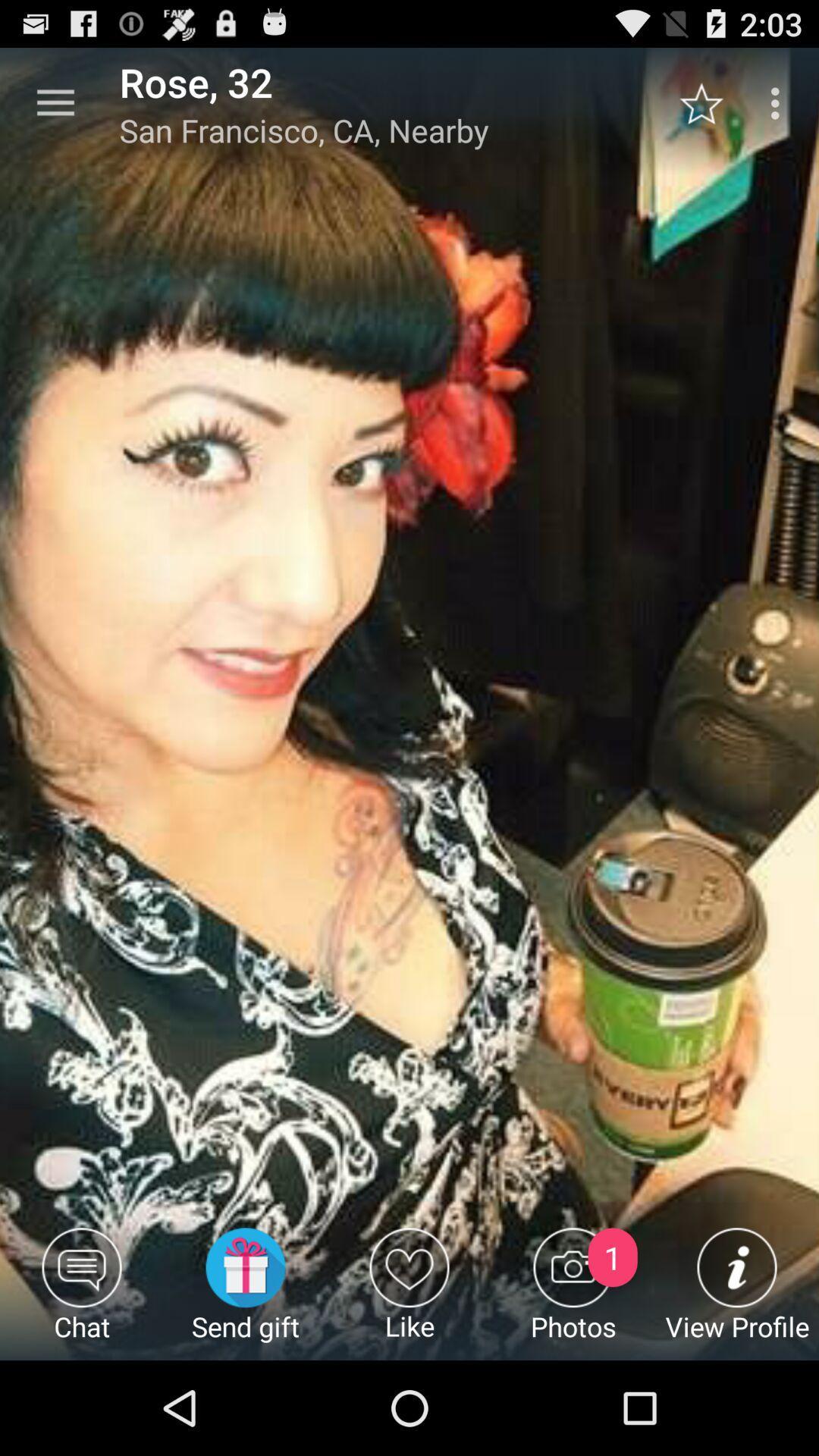 The height and width of the screenshot is (1456, 819). I want to click on item next to the like, so click(245, 1293).